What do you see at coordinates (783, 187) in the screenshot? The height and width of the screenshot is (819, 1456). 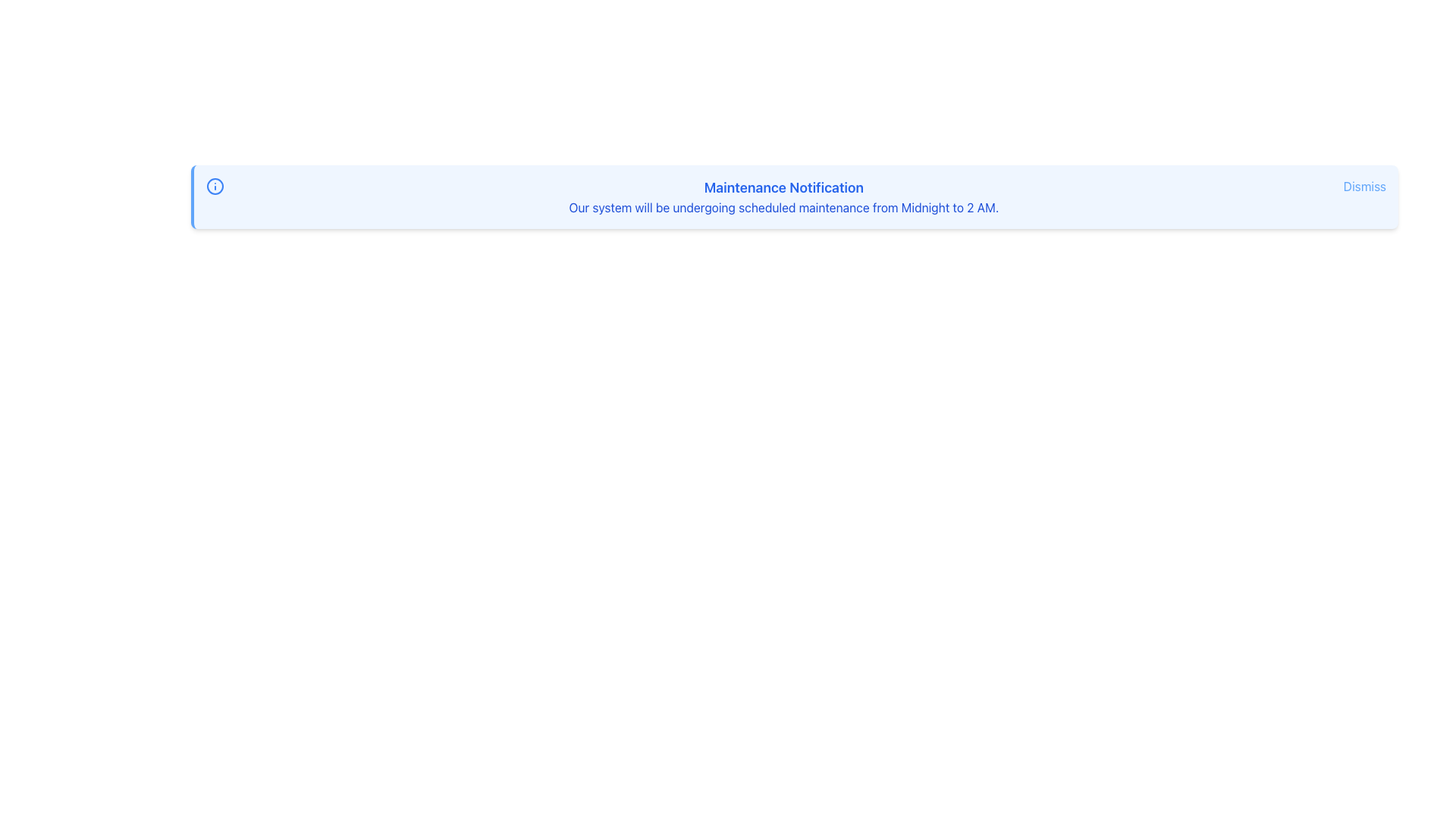 I see `the title text of the notification about system maintenance, which is centrally positioned at the top of the notification box` at bounding box center [783, 187].